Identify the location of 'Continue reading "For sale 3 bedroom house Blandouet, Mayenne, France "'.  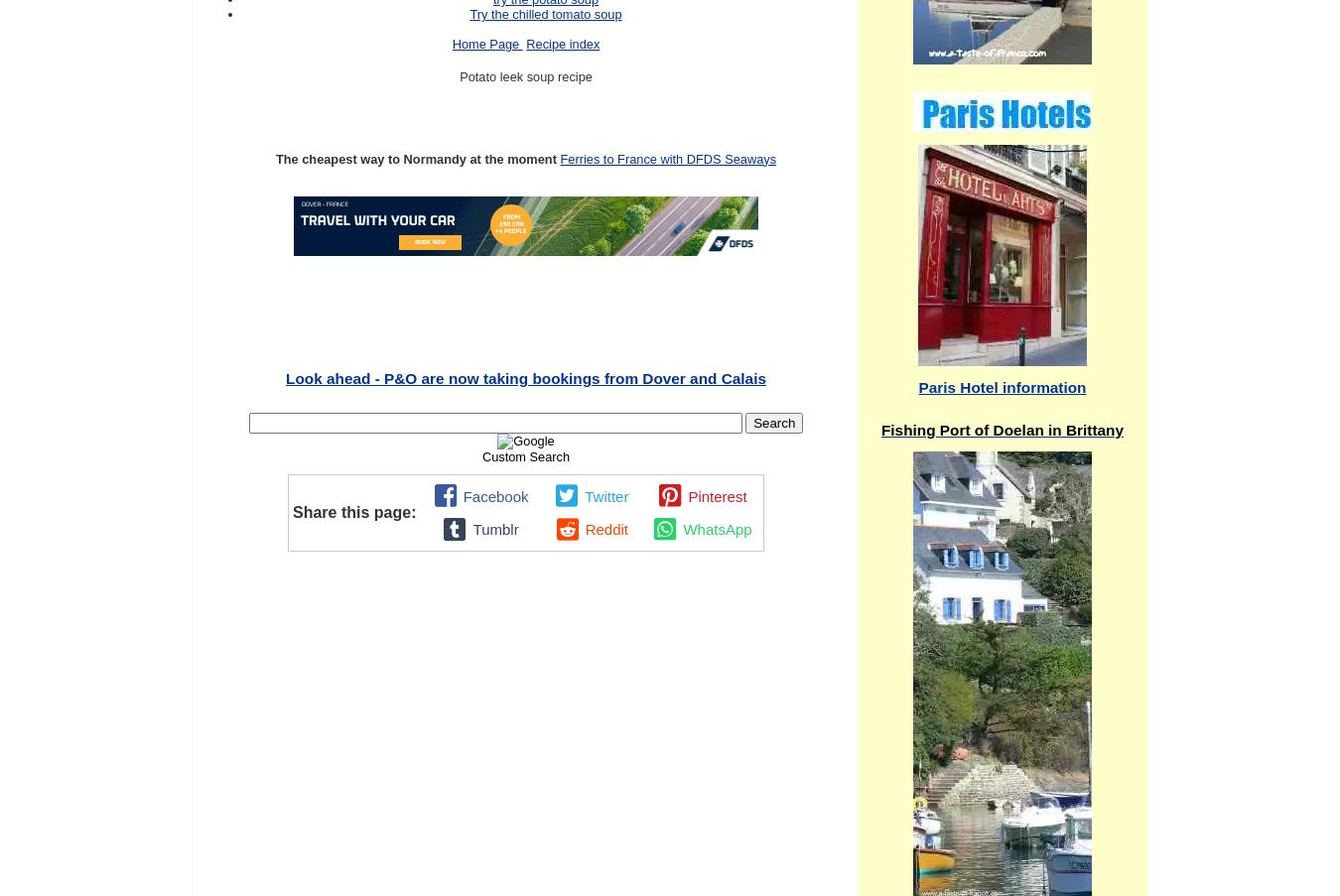
(524, 328).